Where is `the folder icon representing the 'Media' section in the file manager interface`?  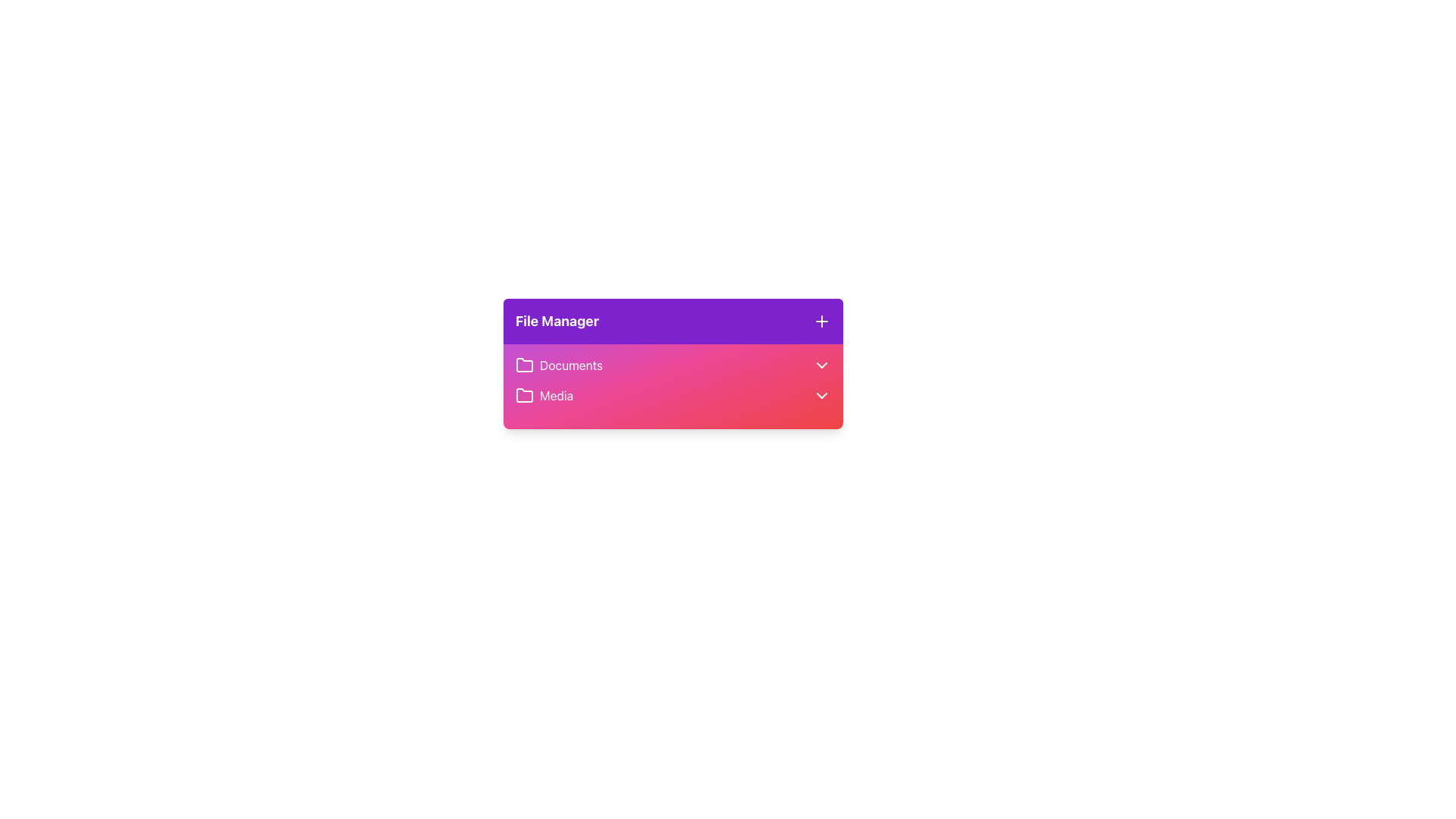
the folder icon representing the 'Media' section in the file manager interface is located at coordinates (524, 394).